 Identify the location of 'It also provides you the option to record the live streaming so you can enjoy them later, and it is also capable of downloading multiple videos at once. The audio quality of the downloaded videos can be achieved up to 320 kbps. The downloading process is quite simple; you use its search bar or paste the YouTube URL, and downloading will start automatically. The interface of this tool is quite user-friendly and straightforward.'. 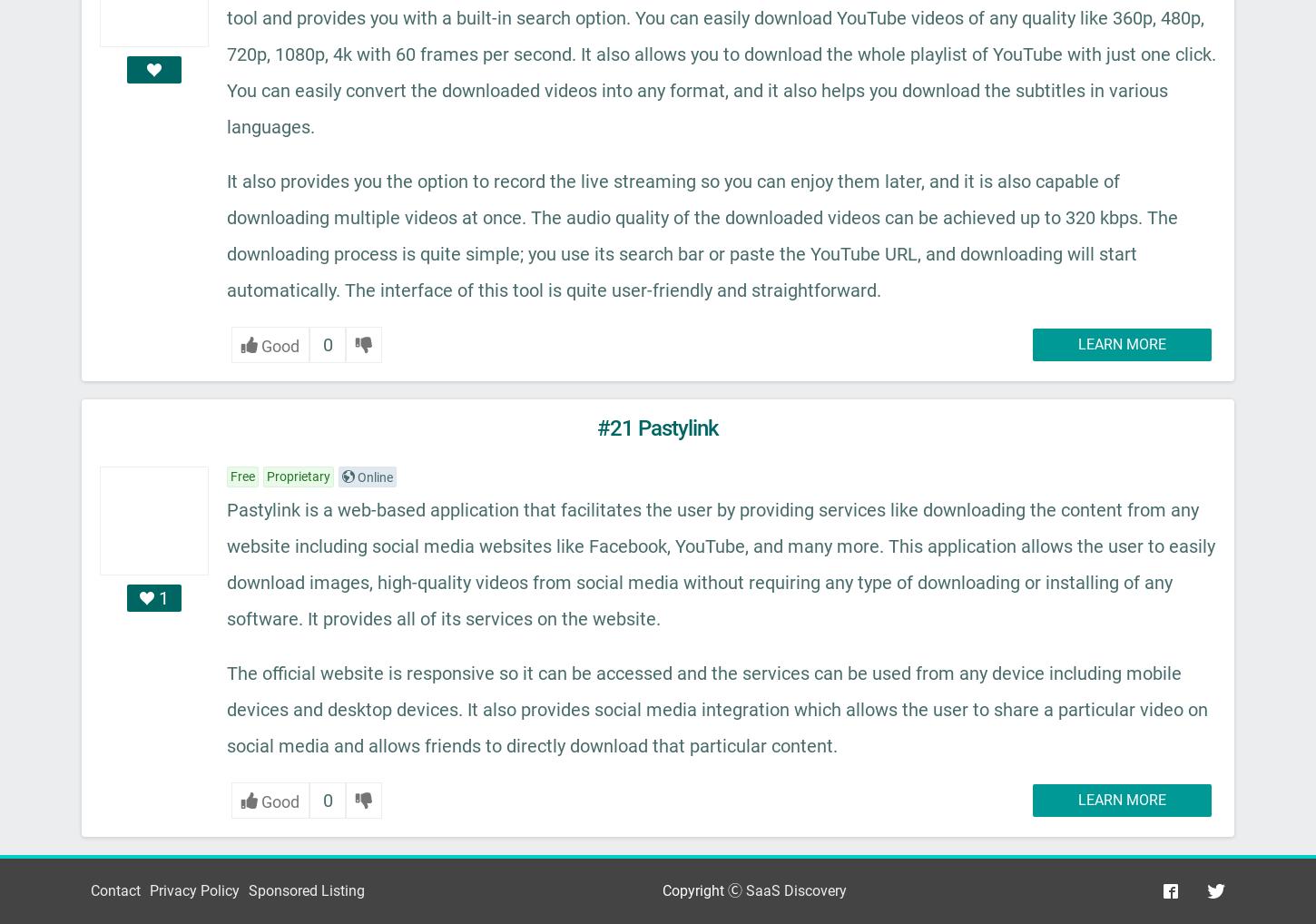
(702, 234).